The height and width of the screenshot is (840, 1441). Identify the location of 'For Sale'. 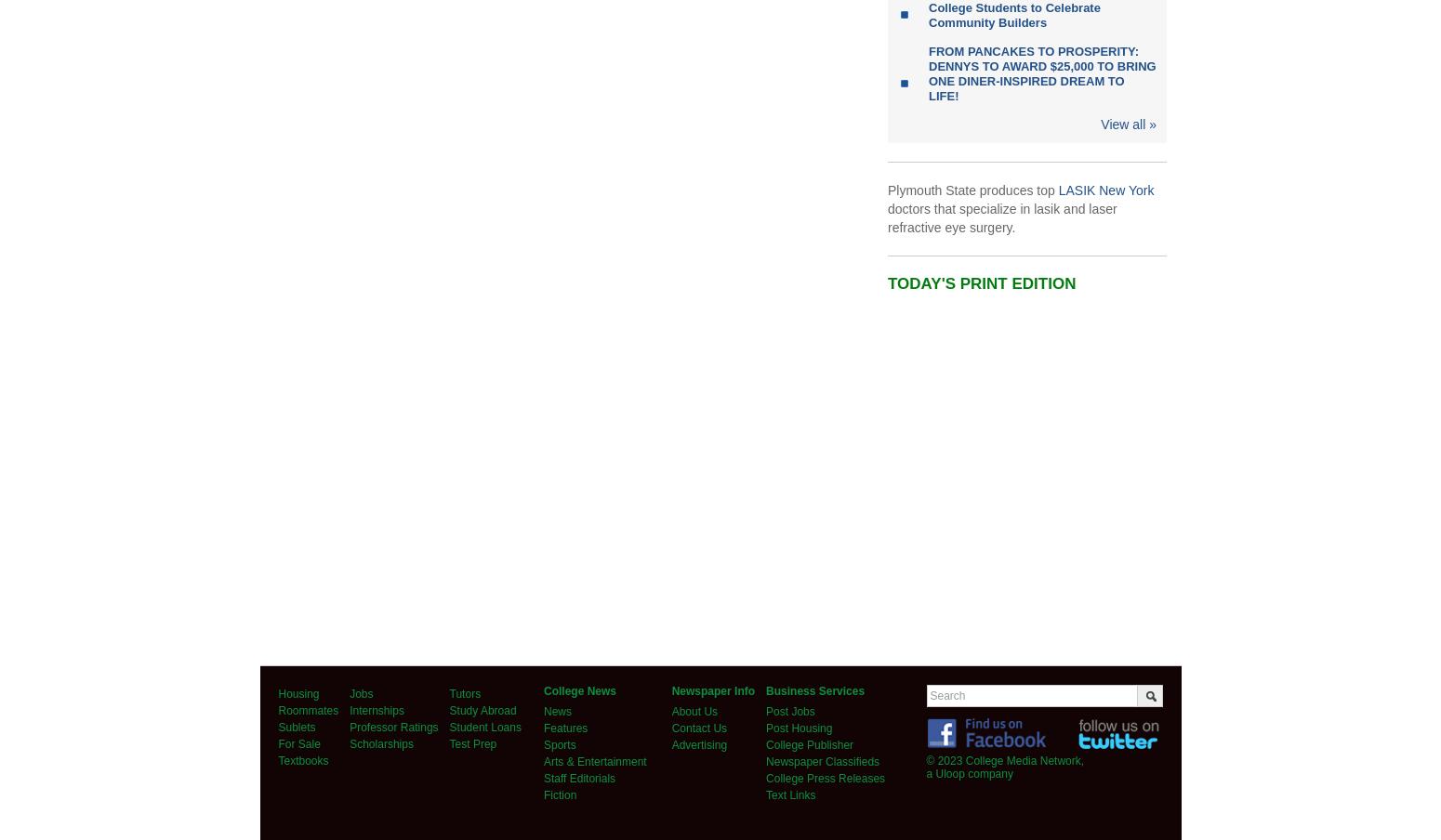
(297, 743).